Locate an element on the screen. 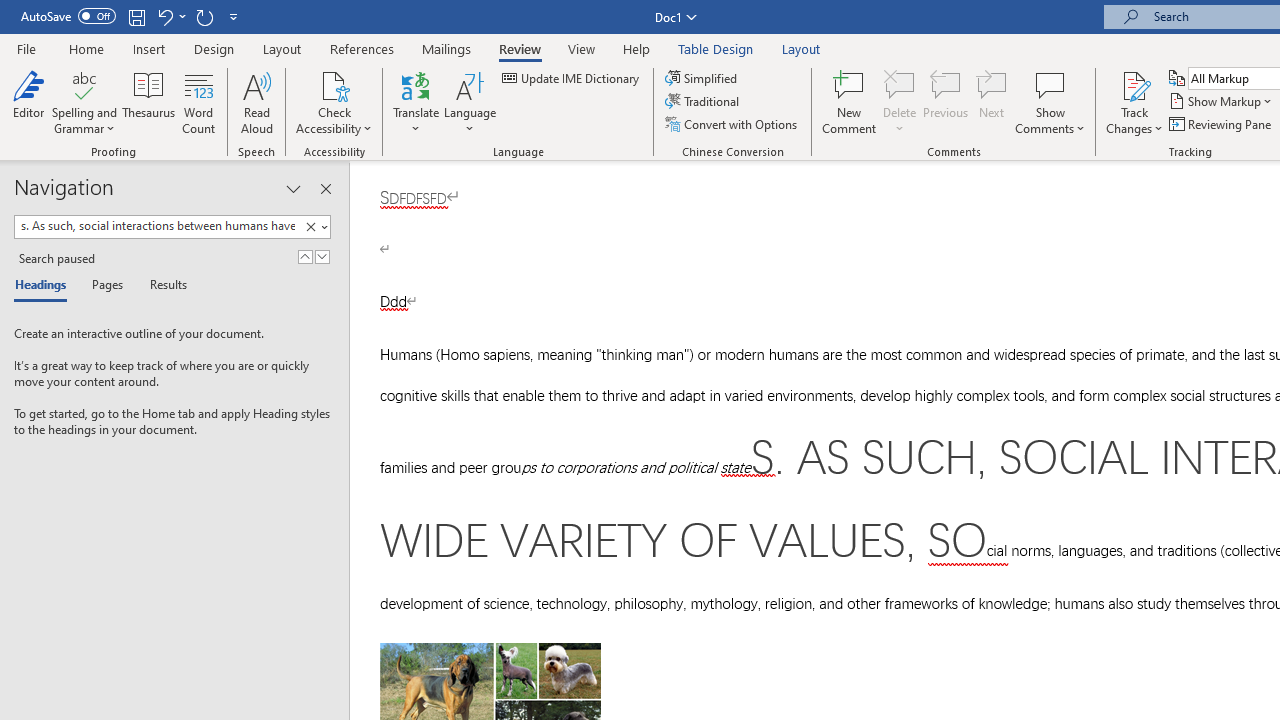 The width and height of the screenshot is (1280, 720). 'Language' is located at coordinates (469, 103).